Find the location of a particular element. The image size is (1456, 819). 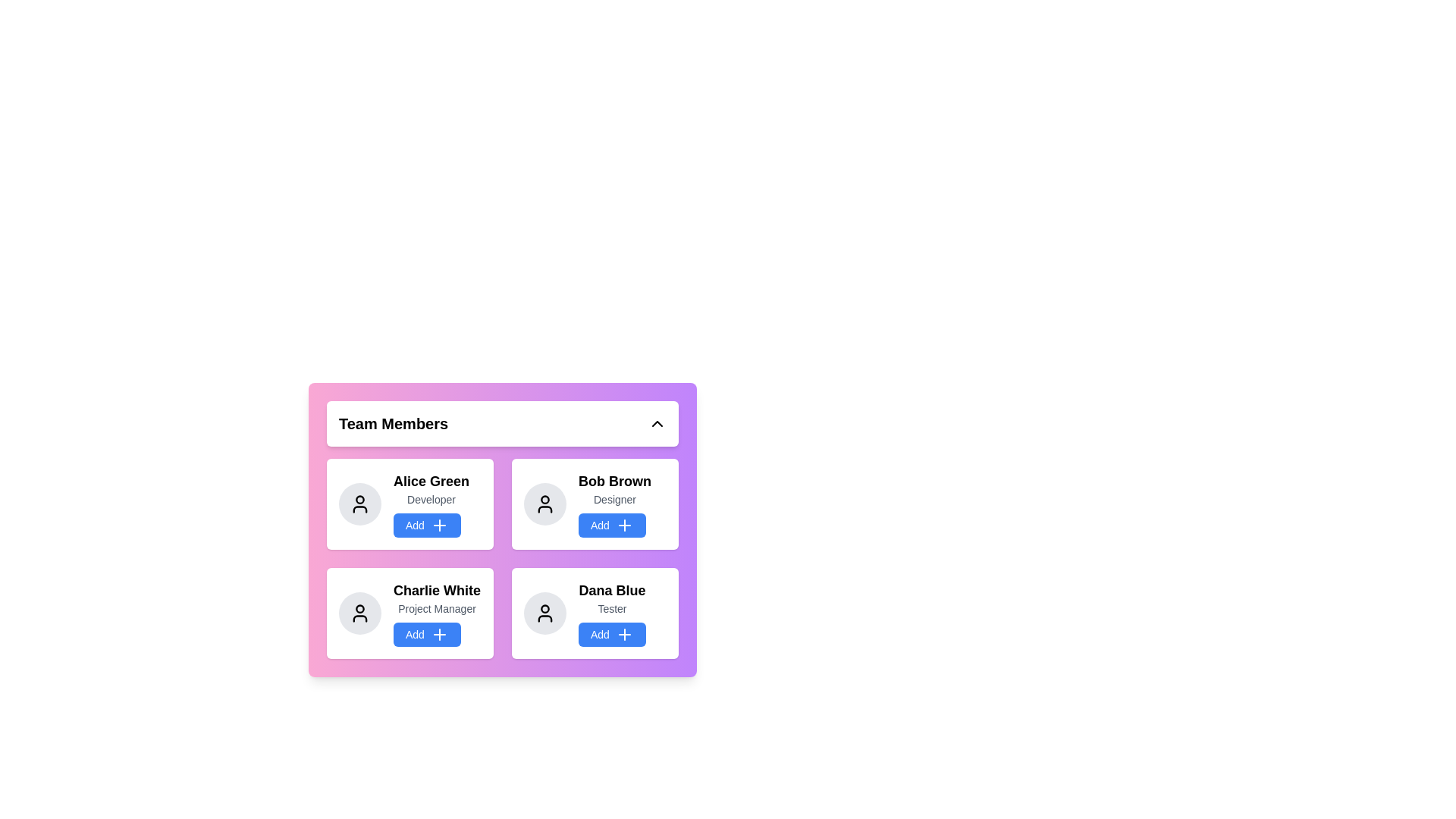

the 'Add' button with a blue background and white text, located within Charlie White's profile card is located at coordinates (426, 635).